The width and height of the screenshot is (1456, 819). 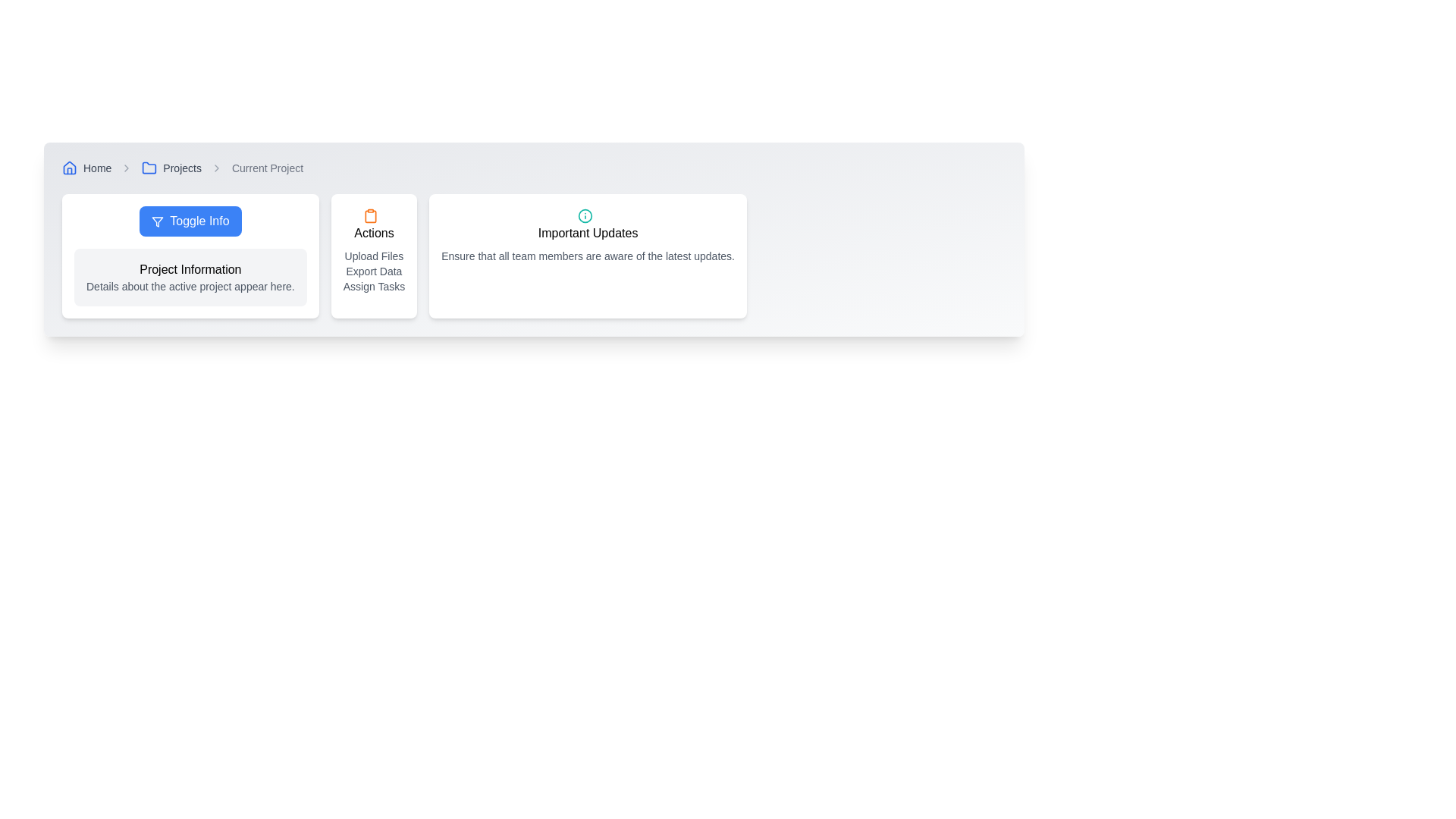 What do you see at coordinates (96, 168) in the screenshot?
I see `the first breadcrumb hyperlink, which is located next to a house icon in the breadcrumb navigation` at bounding box center [96, 168].